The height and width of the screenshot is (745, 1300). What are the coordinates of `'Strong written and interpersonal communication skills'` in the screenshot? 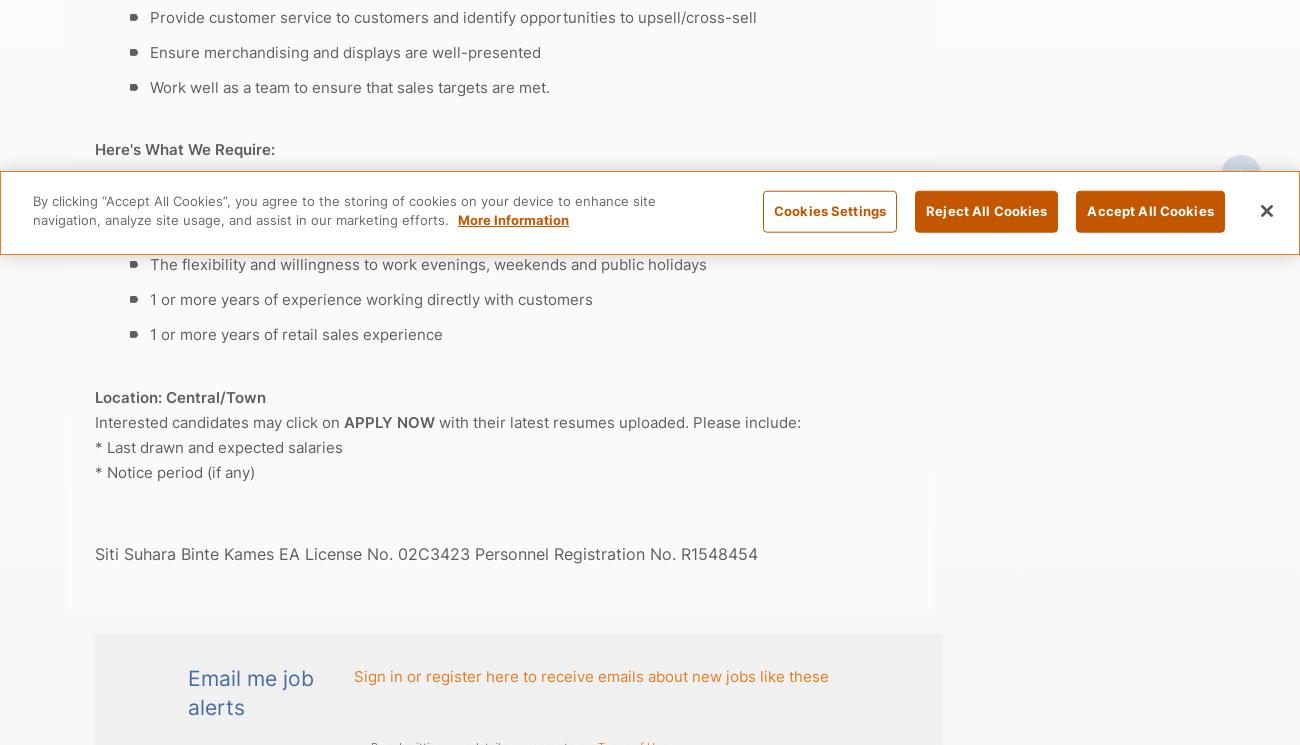 It's located at (340, 229).